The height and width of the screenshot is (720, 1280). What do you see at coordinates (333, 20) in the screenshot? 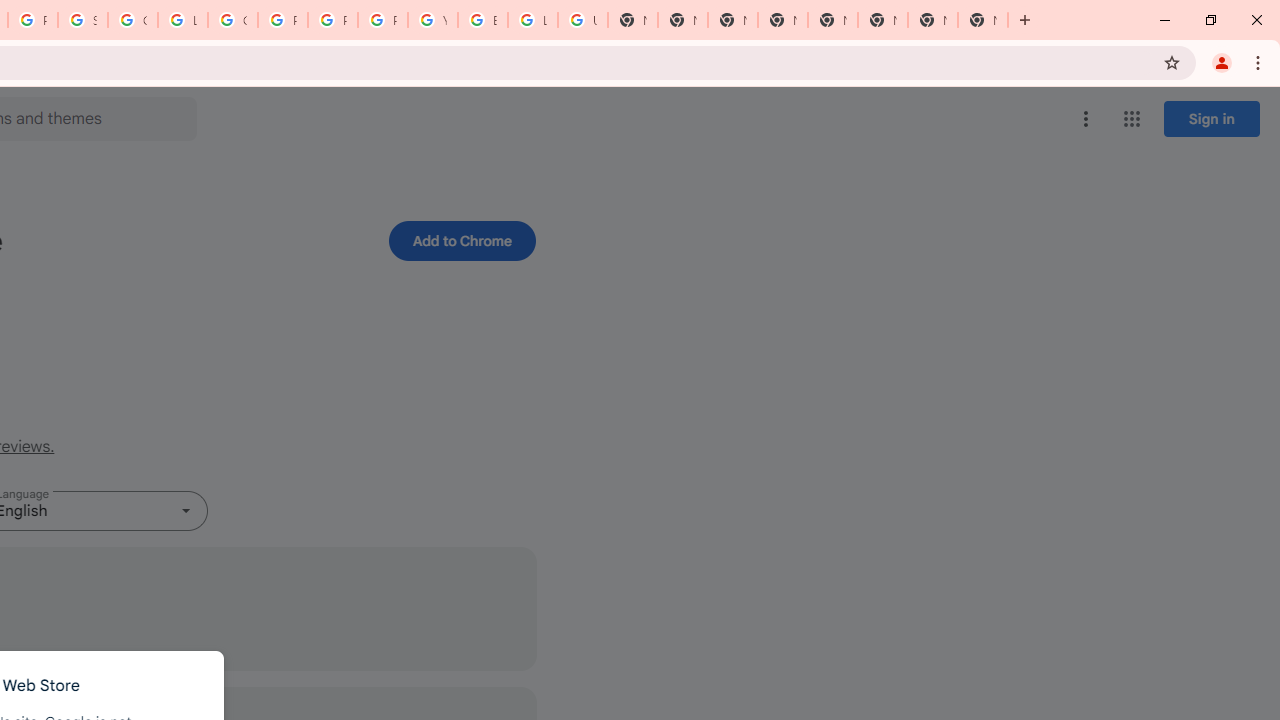
I see `'Privacy Help Center - Policies Help'` at bounding box center [333, 20].